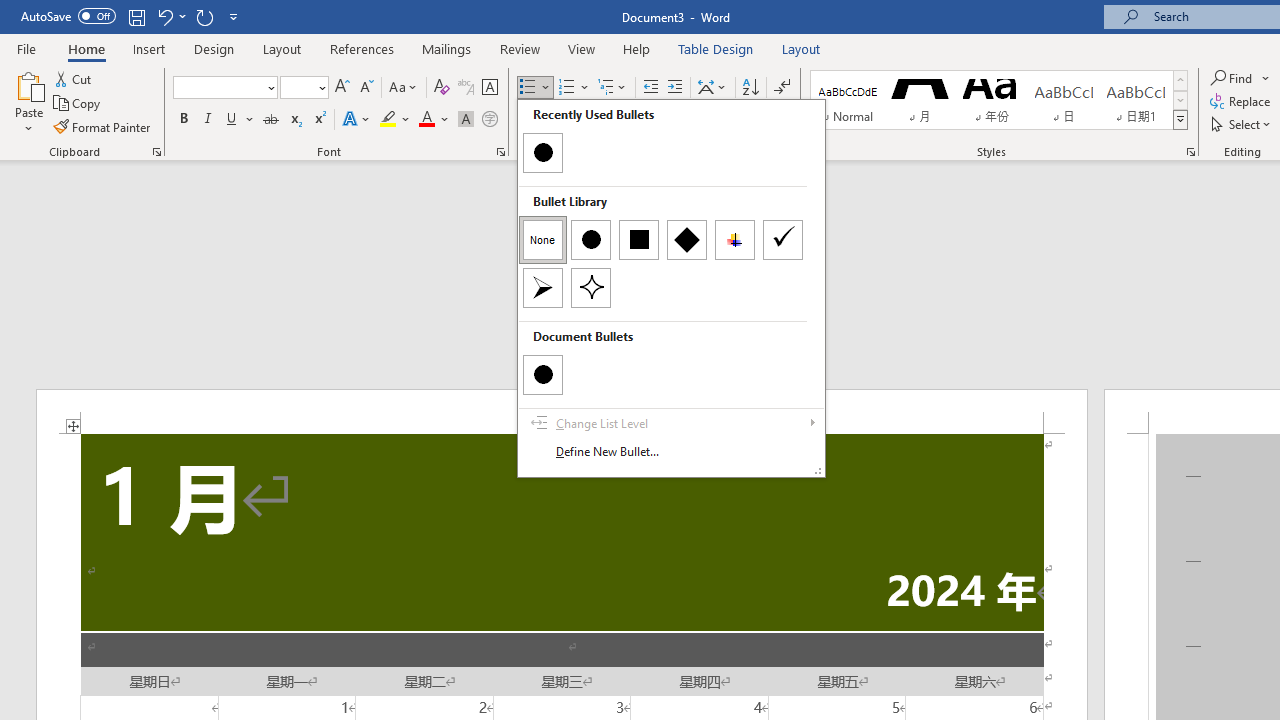 Image resolution: width=1280 pixels, height=720 pixels. What do you see at coordinates (130, 16) in the screenshot?
I see `'Quick Access Toolbar'` at bounding box center [130, 16].